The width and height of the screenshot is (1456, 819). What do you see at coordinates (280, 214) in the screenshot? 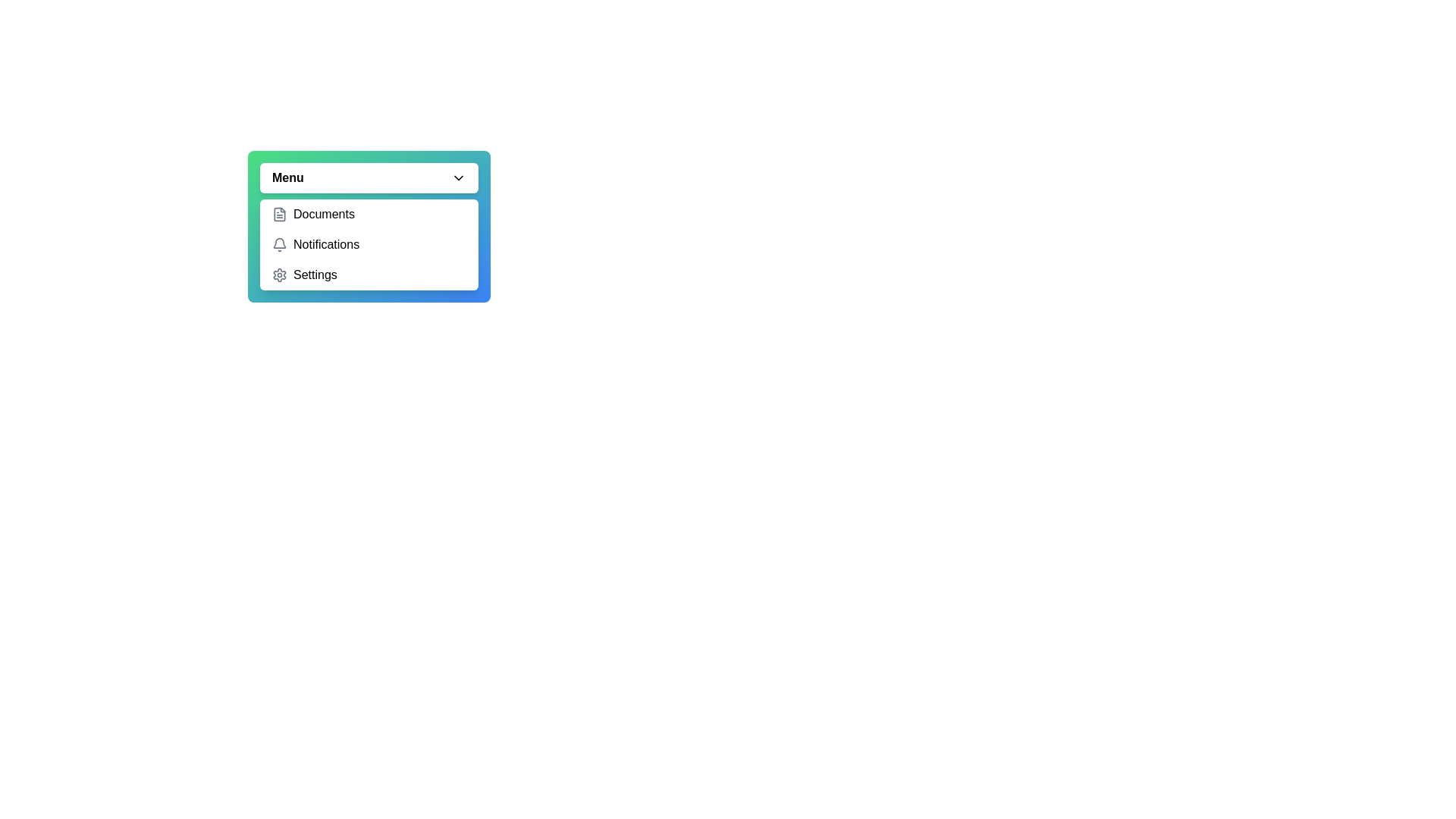
I see `the document icon with a gray outline located in the dropdown menu under 'Documents', positioned to the left of the text 'Documents'` at bounding box center [280, 214].